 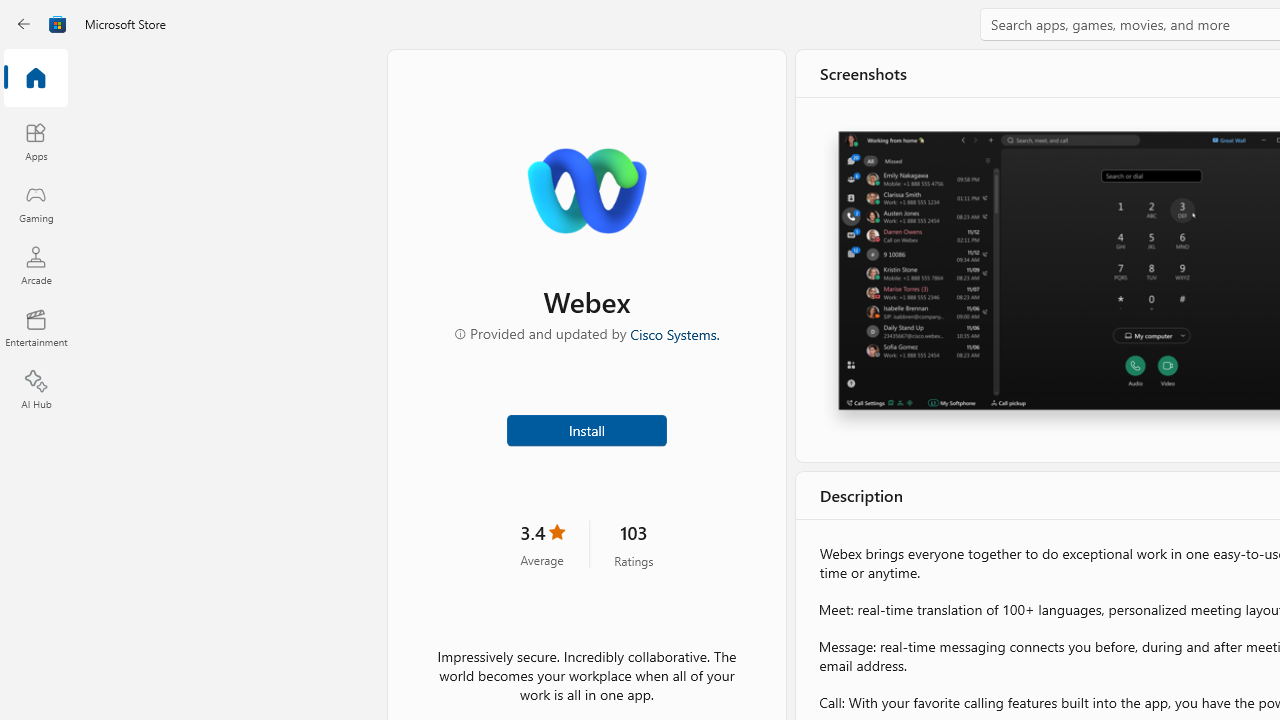 What do you see at coordinates (674, 332) in the screenshot?
I see `'Cisco Systems.'` at bounding box center [674, 332].